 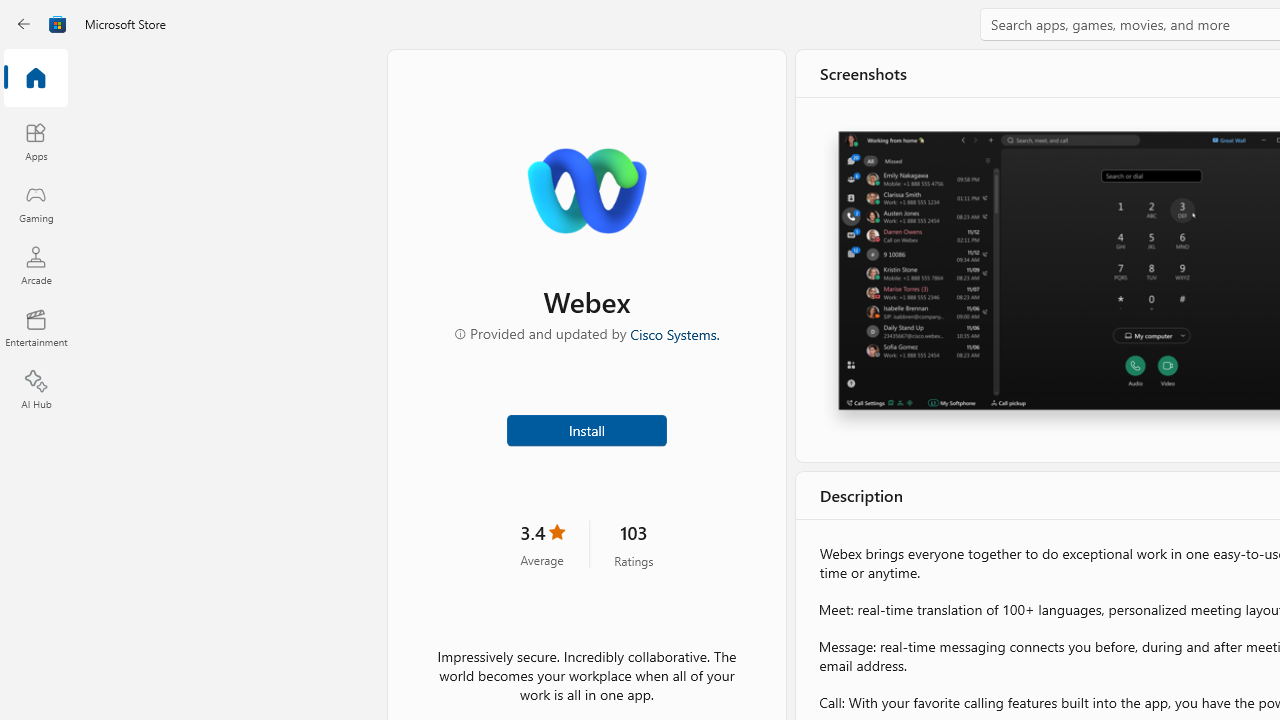 What do you see at coordinates (674, 332) in the screenshot?
I see `'Cisco Systems.'` at bounding box center [674, 332].